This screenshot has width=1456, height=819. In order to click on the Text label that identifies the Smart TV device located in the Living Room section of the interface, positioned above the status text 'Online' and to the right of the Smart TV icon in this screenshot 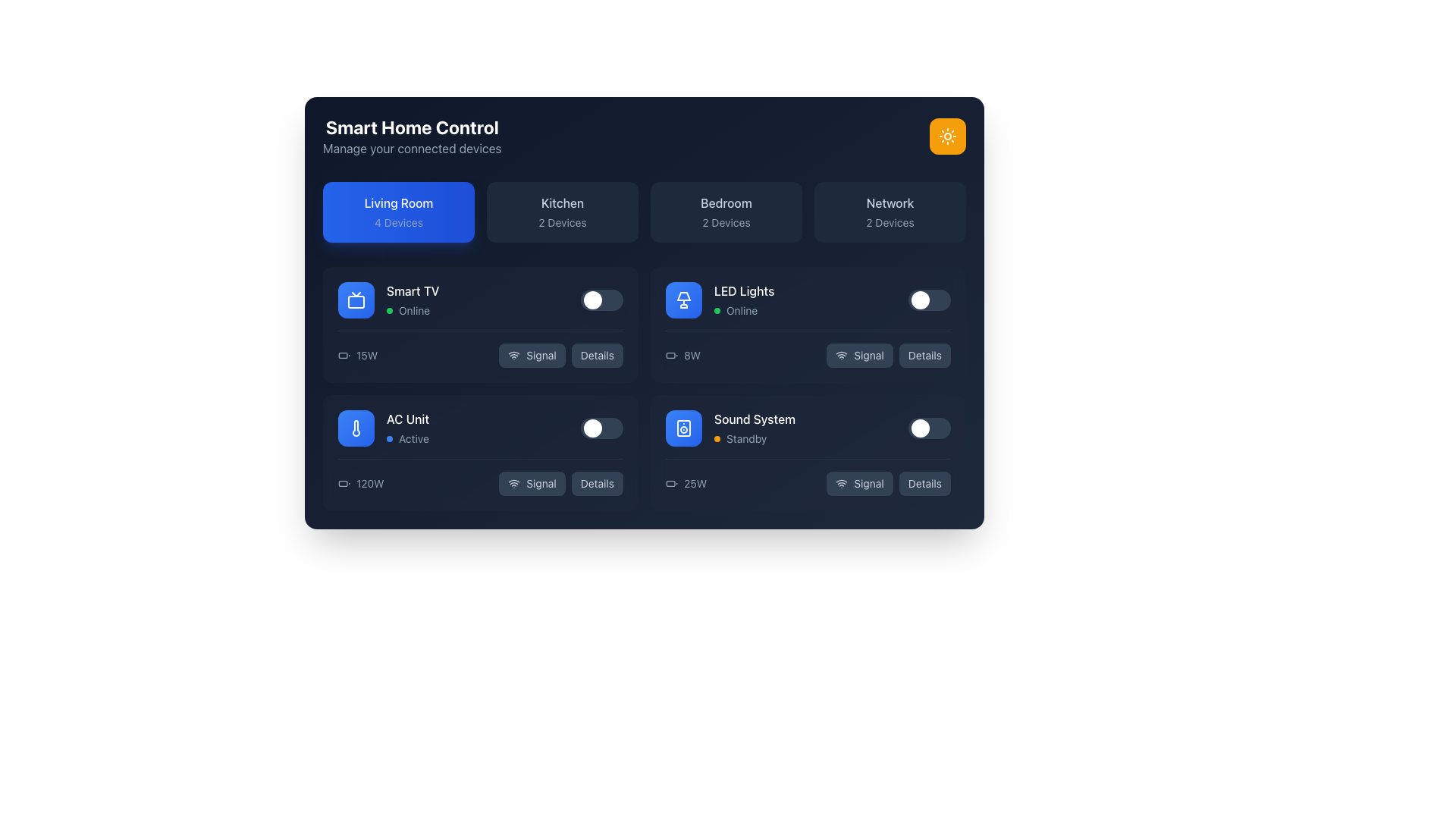, I will do `click(413, 291)`.